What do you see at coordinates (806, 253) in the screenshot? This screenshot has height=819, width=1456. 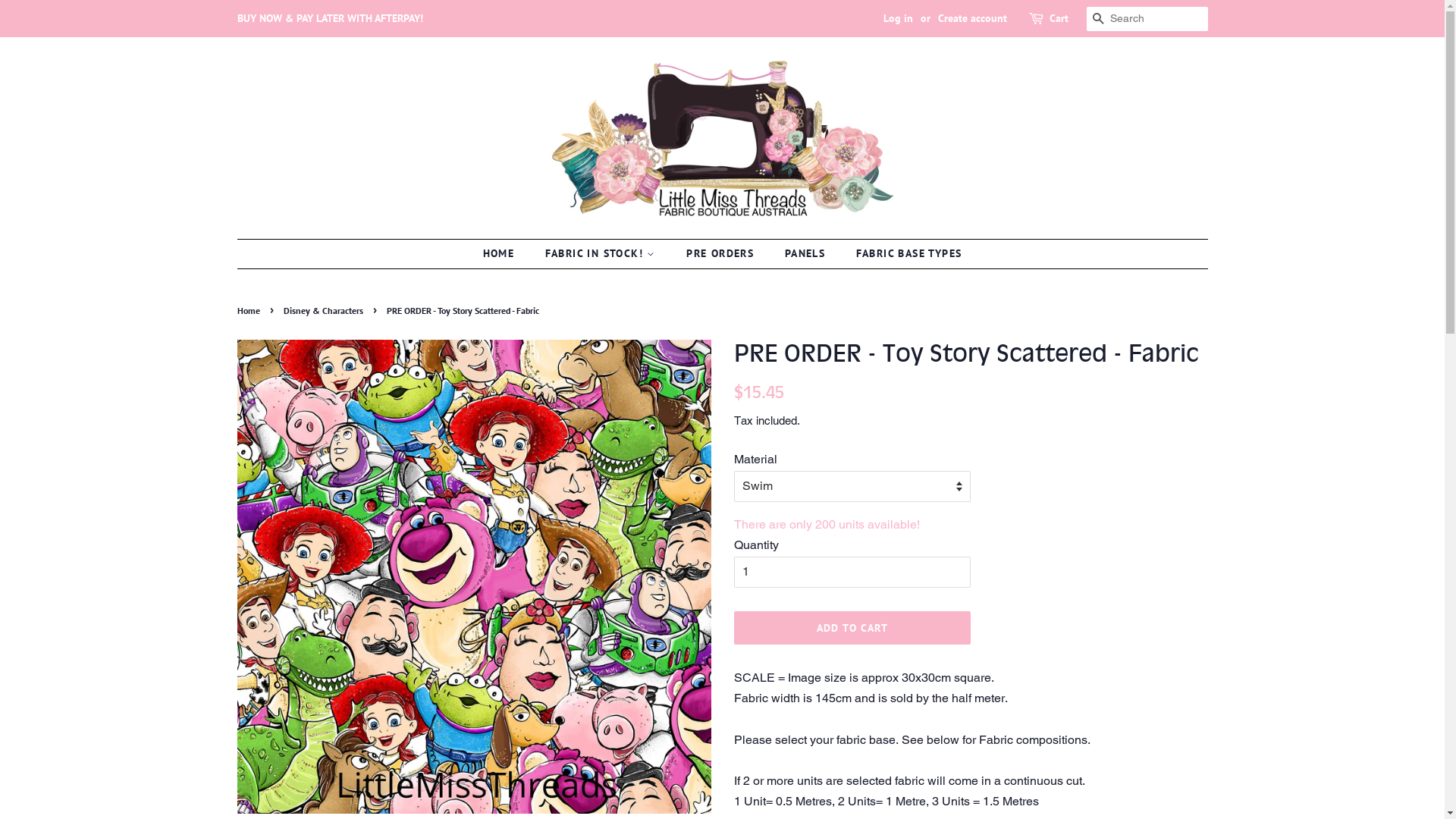 I see `'PANELS'` at bounding box center [806, 253].